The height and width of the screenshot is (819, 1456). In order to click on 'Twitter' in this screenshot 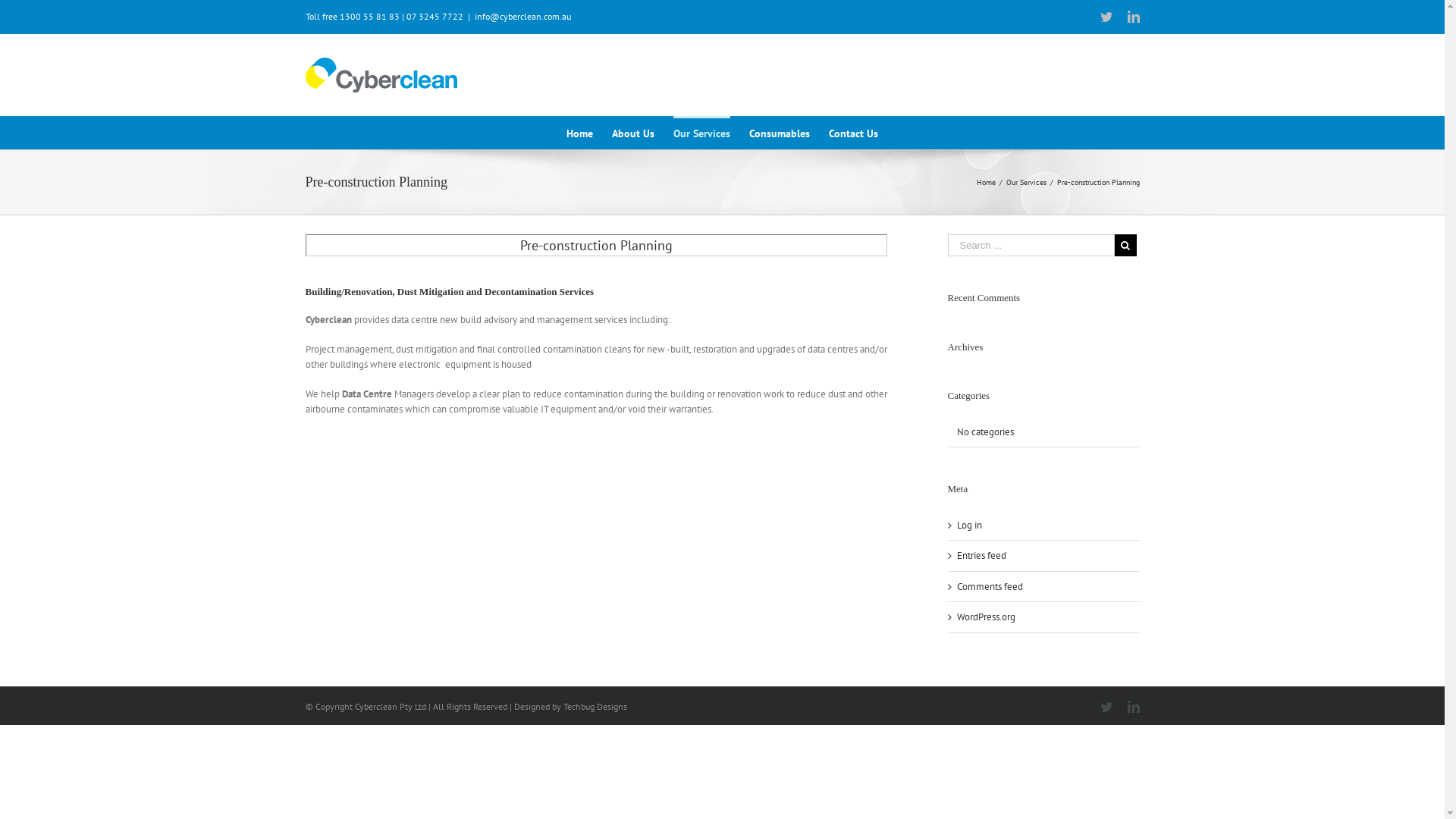, I will do `click(1106, 707)`.